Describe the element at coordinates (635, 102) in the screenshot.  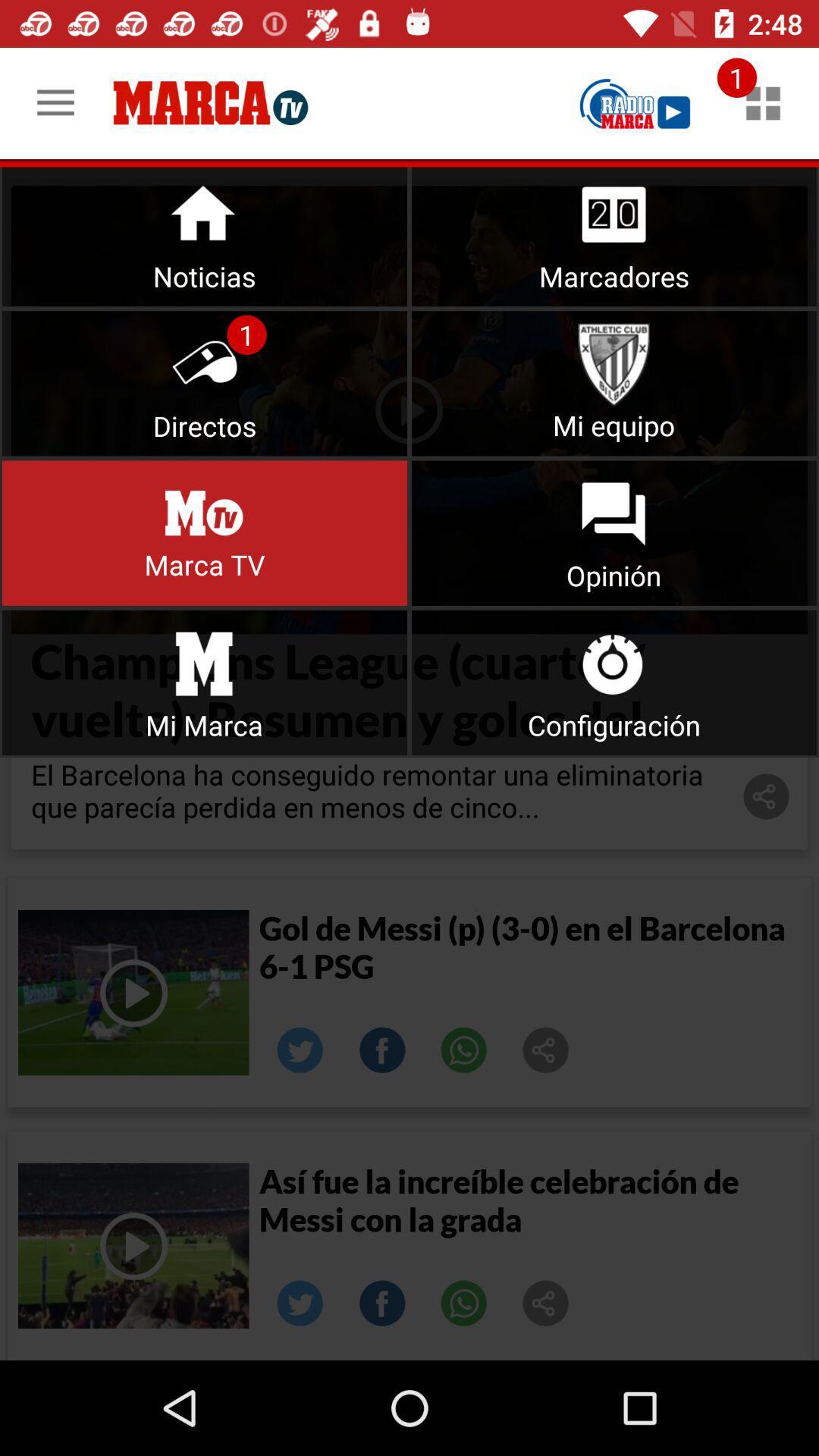
I see `marca tv` at that location.